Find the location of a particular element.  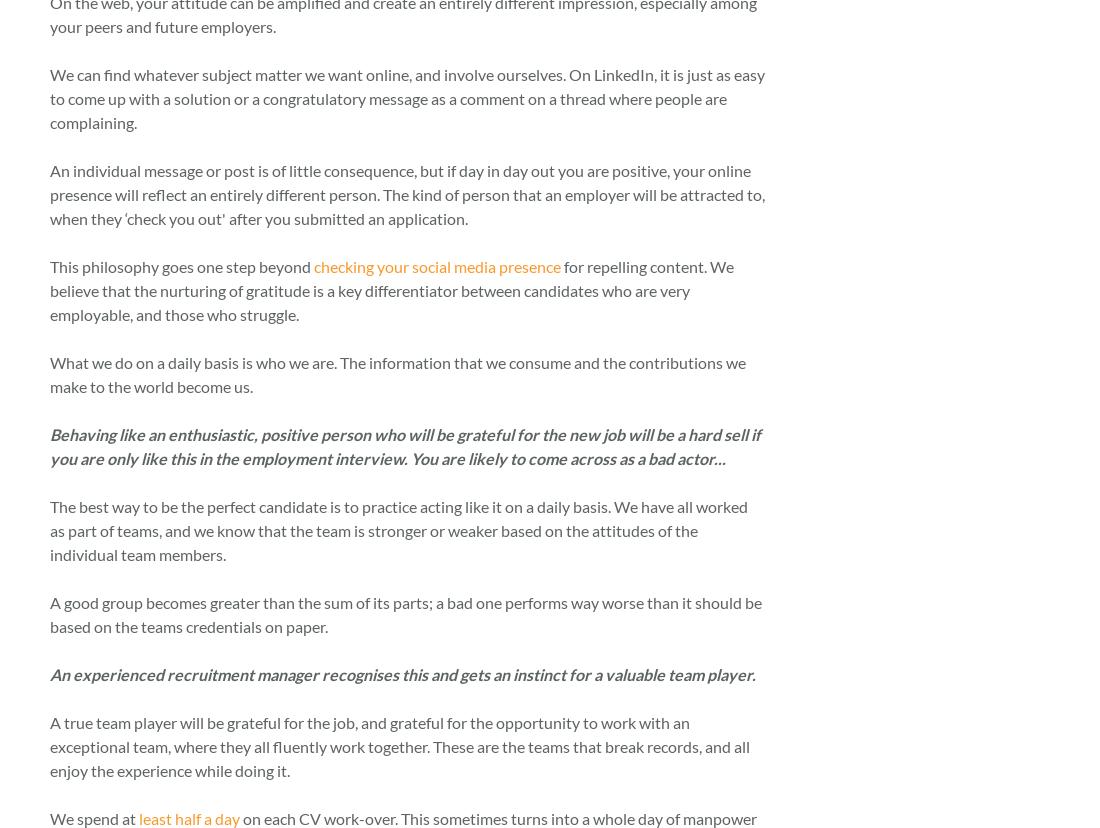

'for repelling content. We believe that the nurturing of gratitude is a key differentiator between candidates who are very employable, and those who struggle.' is located at coordinates (392, 289).